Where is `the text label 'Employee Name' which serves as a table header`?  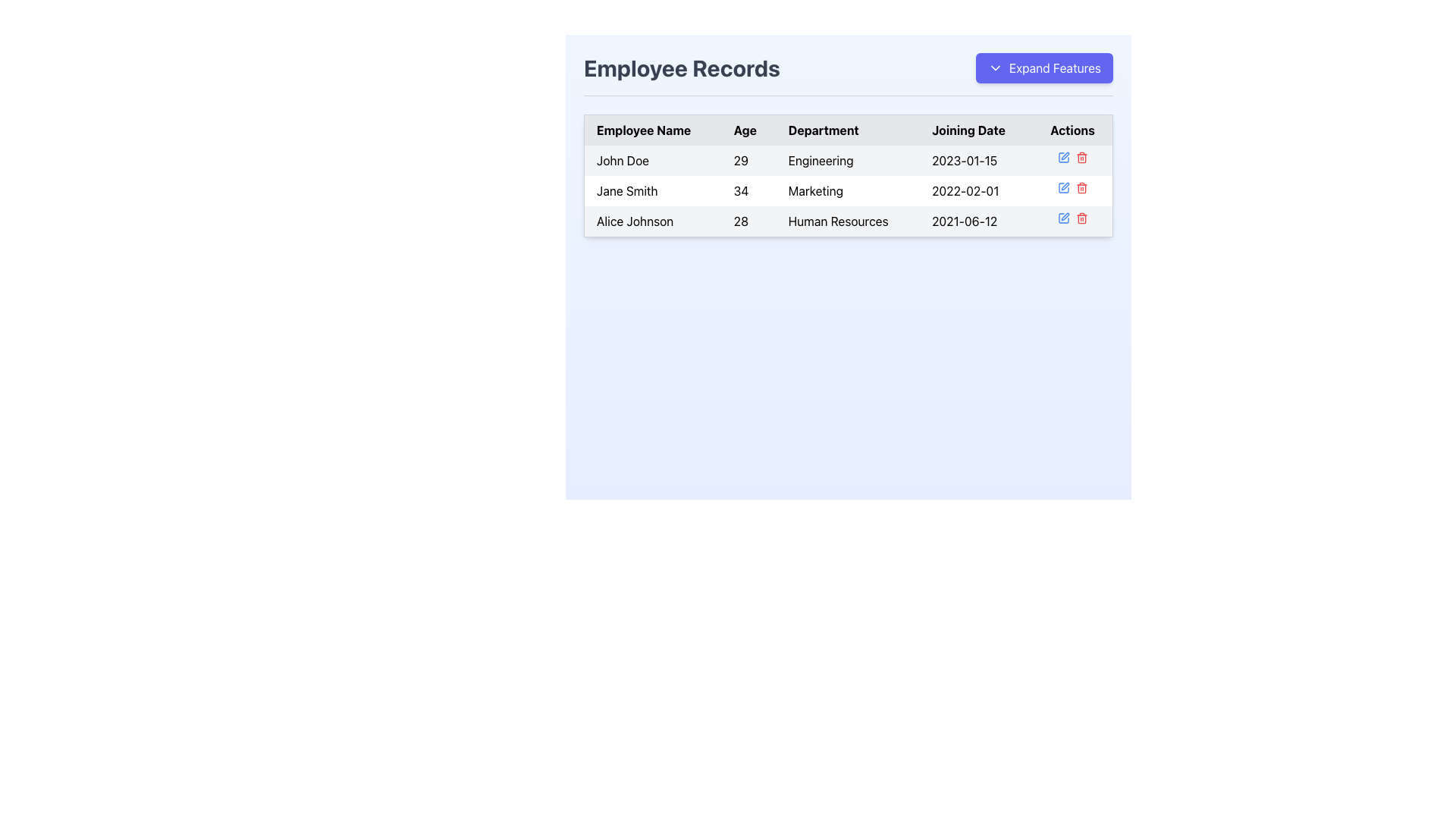 the text label 'Employee Name' which serves as a table header is located at coordinates (653, 129).